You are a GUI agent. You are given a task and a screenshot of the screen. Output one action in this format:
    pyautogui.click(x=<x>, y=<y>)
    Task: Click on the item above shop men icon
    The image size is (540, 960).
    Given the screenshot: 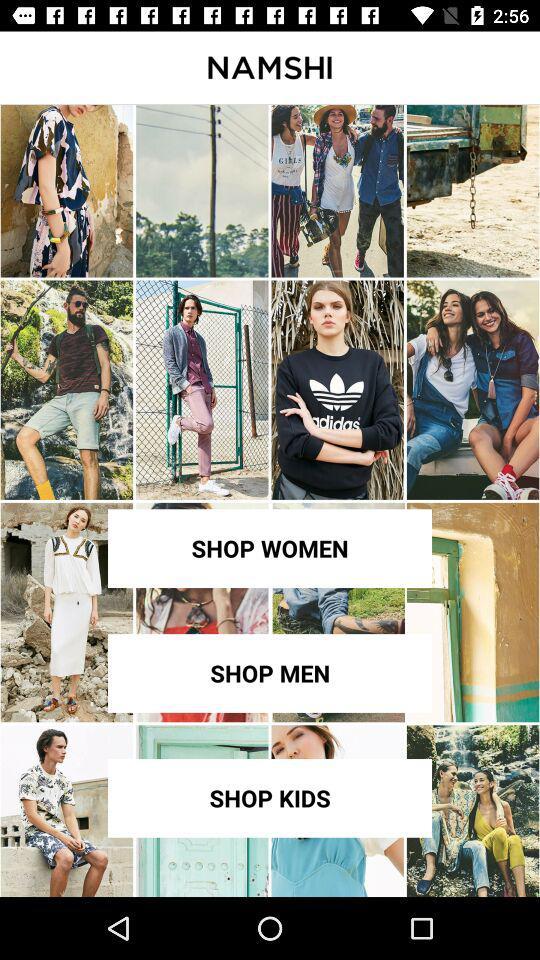 What is the action you would take?
    pyautogui.click(x=270, y=548)
    